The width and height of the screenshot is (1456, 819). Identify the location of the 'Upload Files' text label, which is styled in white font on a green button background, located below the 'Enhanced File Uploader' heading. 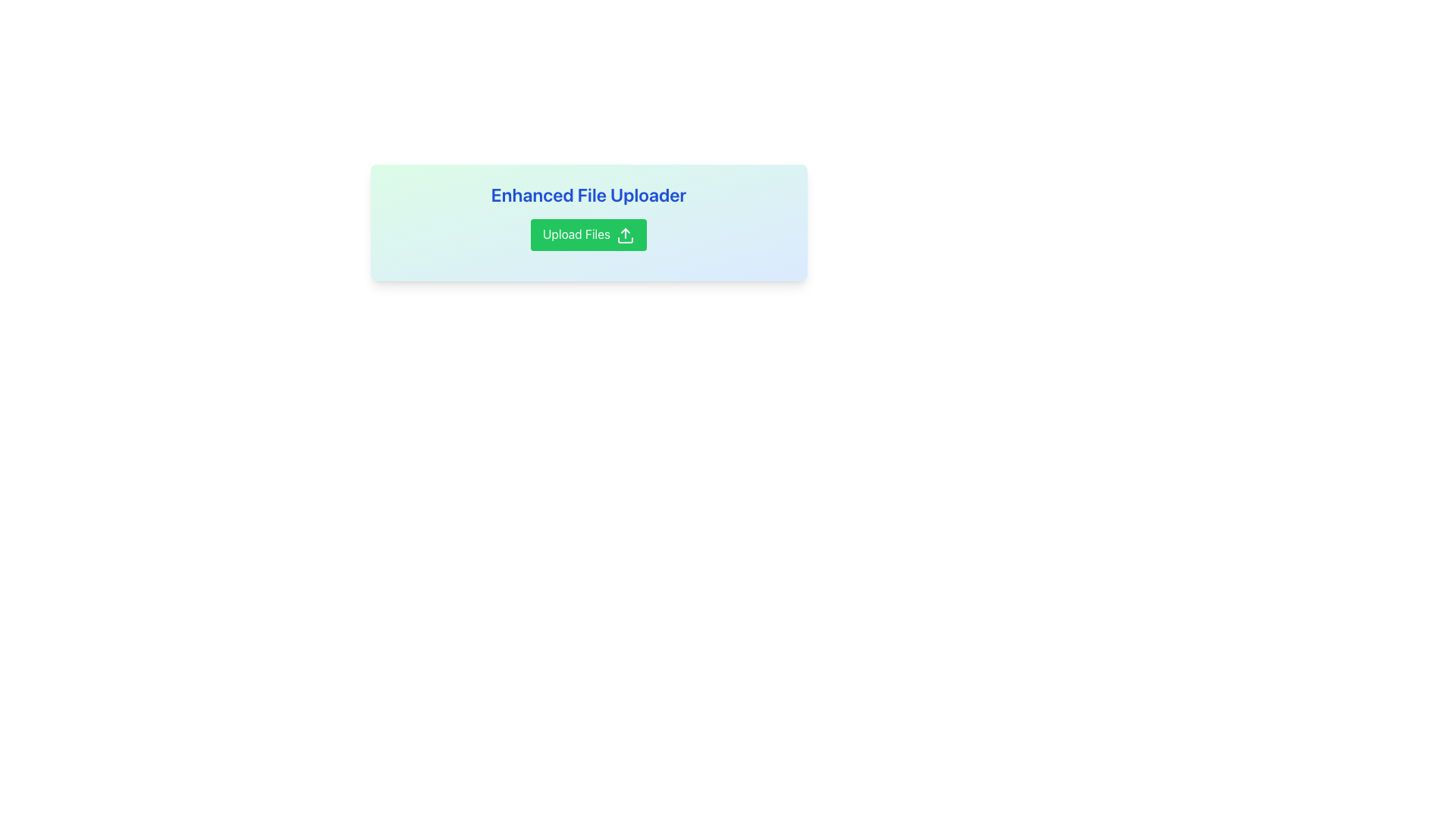
(576, 234).